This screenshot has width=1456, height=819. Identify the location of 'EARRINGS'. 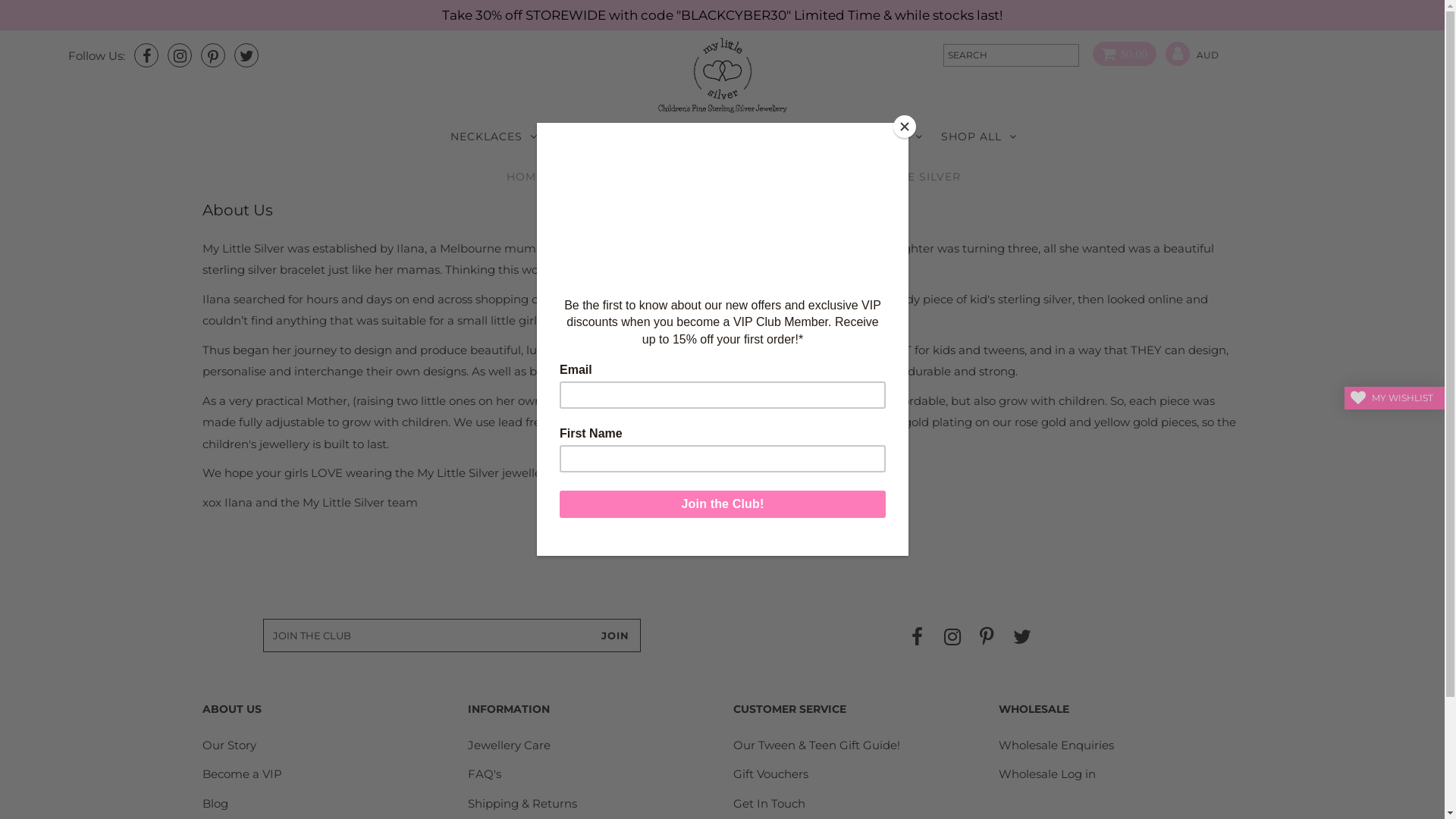
(593, 136).